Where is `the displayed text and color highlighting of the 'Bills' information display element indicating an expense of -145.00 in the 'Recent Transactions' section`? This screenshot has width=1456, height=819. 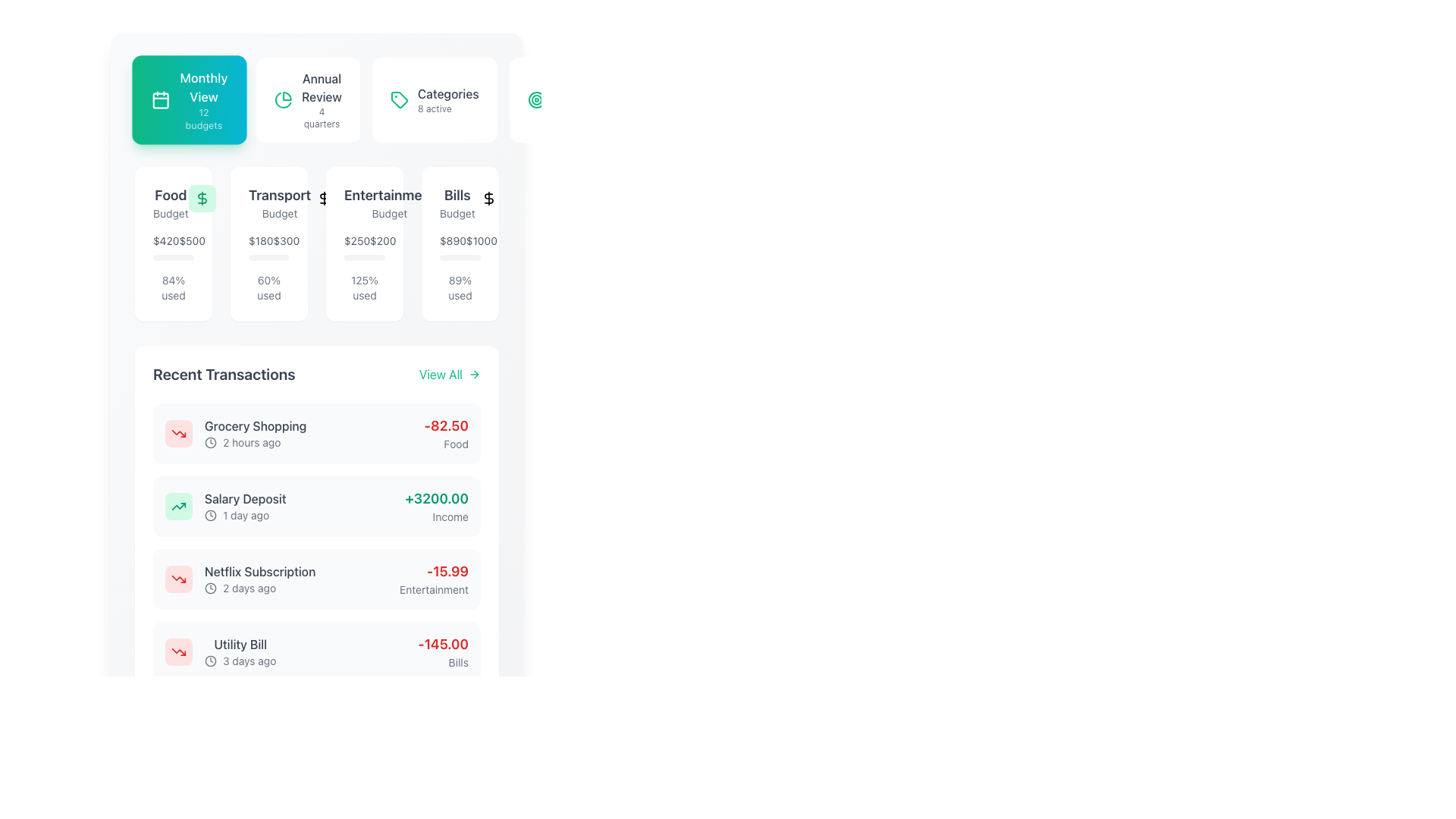
the displayed text and color highlighting of the 'Bills' information display element indicating an expense of -145.00 in the 'Recent Transactions' section is located at coordinates (442, 651).